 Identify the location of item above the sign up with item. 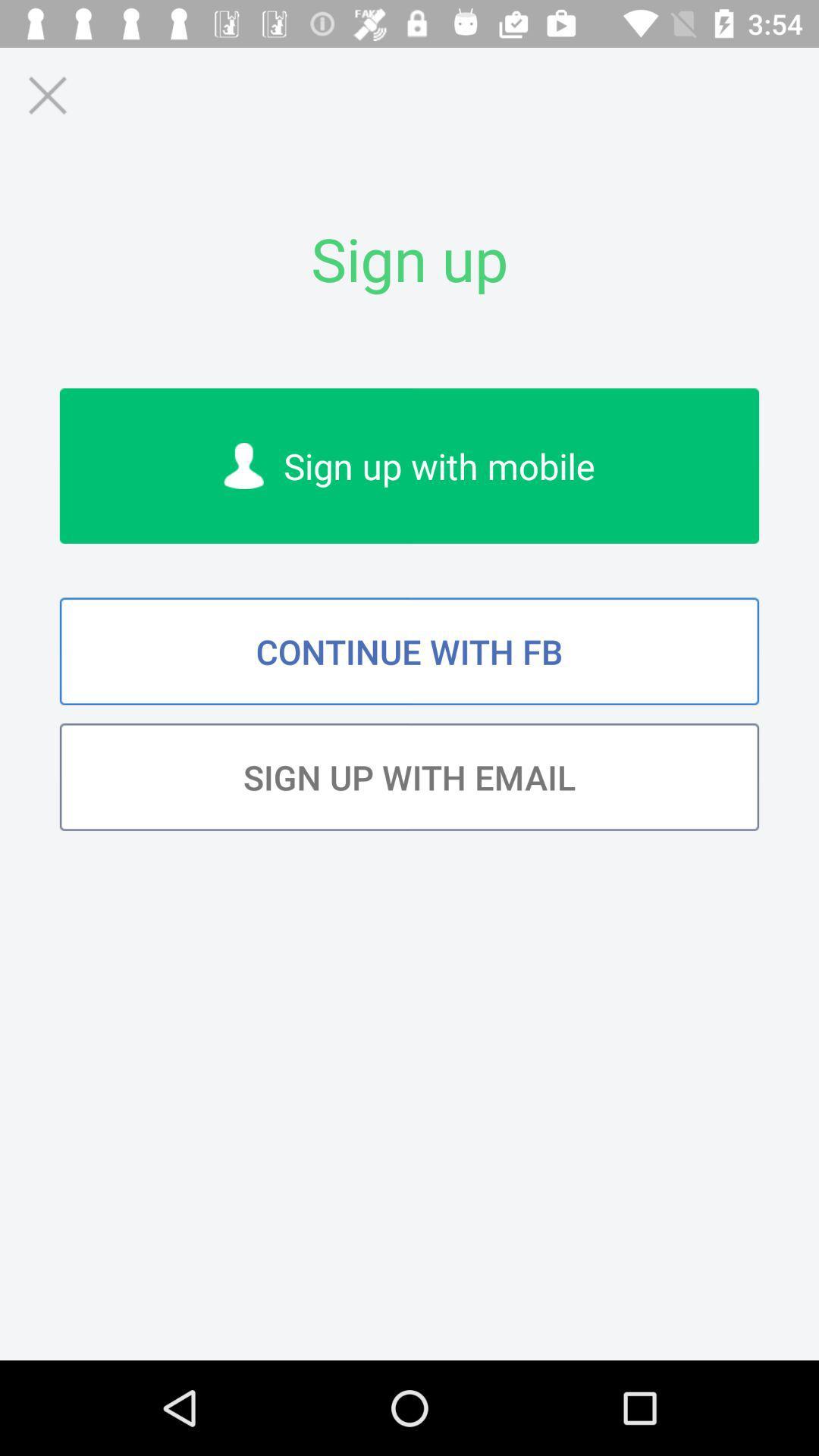
(409, 651).